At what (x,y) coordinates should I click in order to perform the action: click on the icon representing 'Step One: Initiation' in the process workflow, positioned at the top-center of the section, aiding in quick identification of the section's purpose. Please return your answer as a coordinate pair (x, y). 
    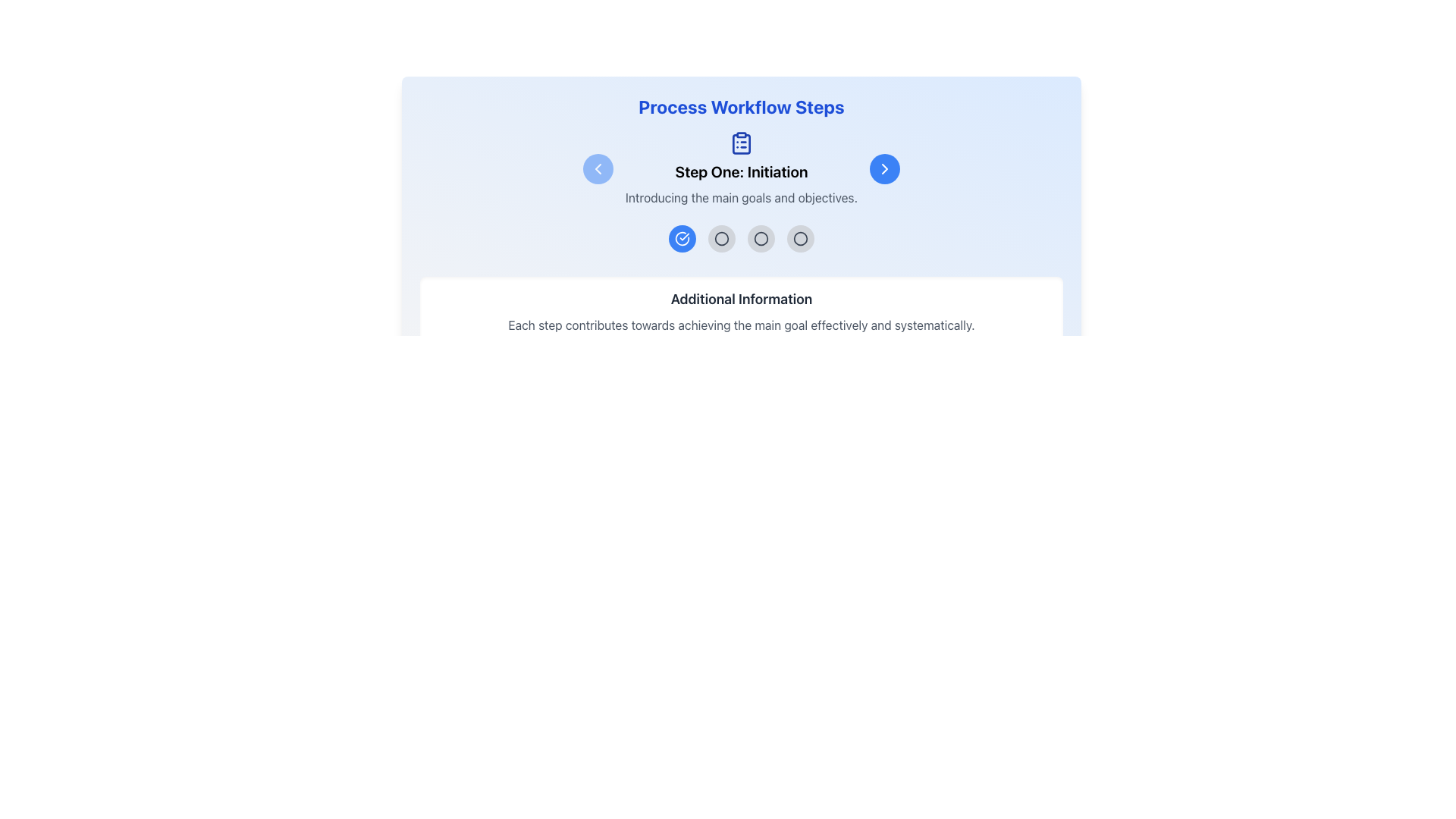
    Looking at the image, I should click on (742, 143).